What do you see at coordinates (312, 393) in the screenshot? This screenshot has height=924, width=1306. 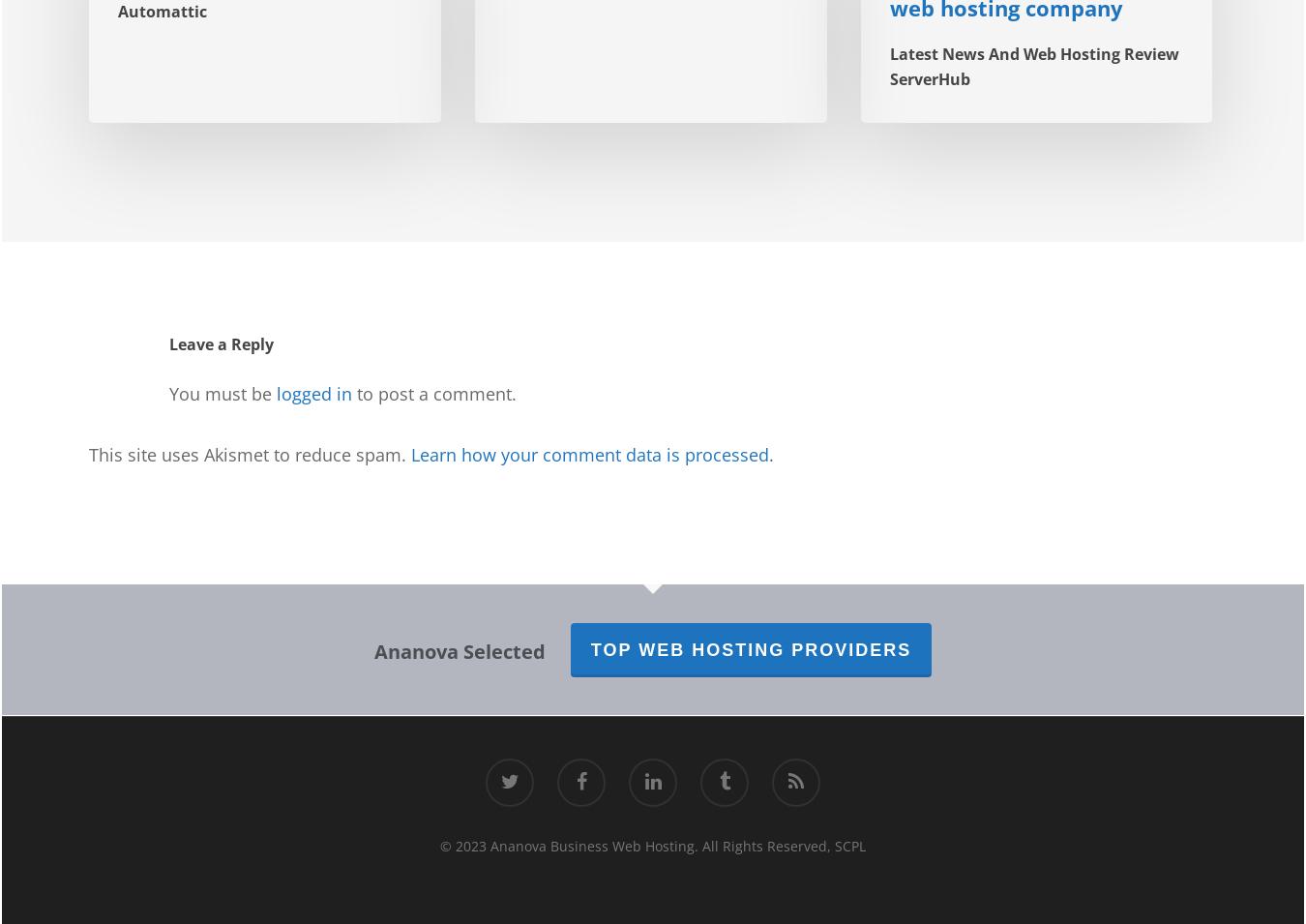 I see `'logged in'` at bounding box center [312, 393].